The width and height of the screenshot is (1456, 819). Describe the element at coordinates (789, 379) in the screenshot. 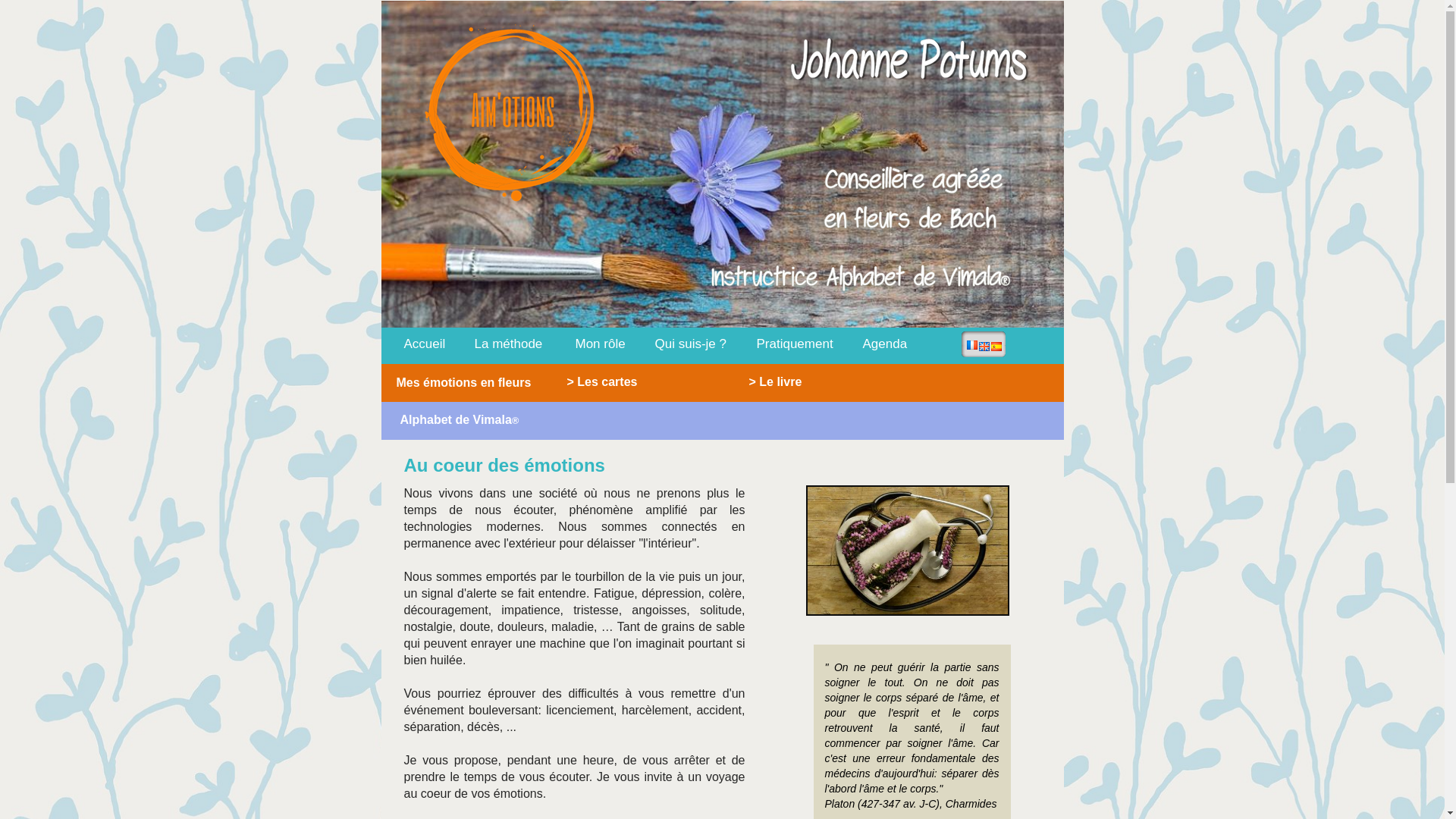

I see `'> Le livre'` at that location.